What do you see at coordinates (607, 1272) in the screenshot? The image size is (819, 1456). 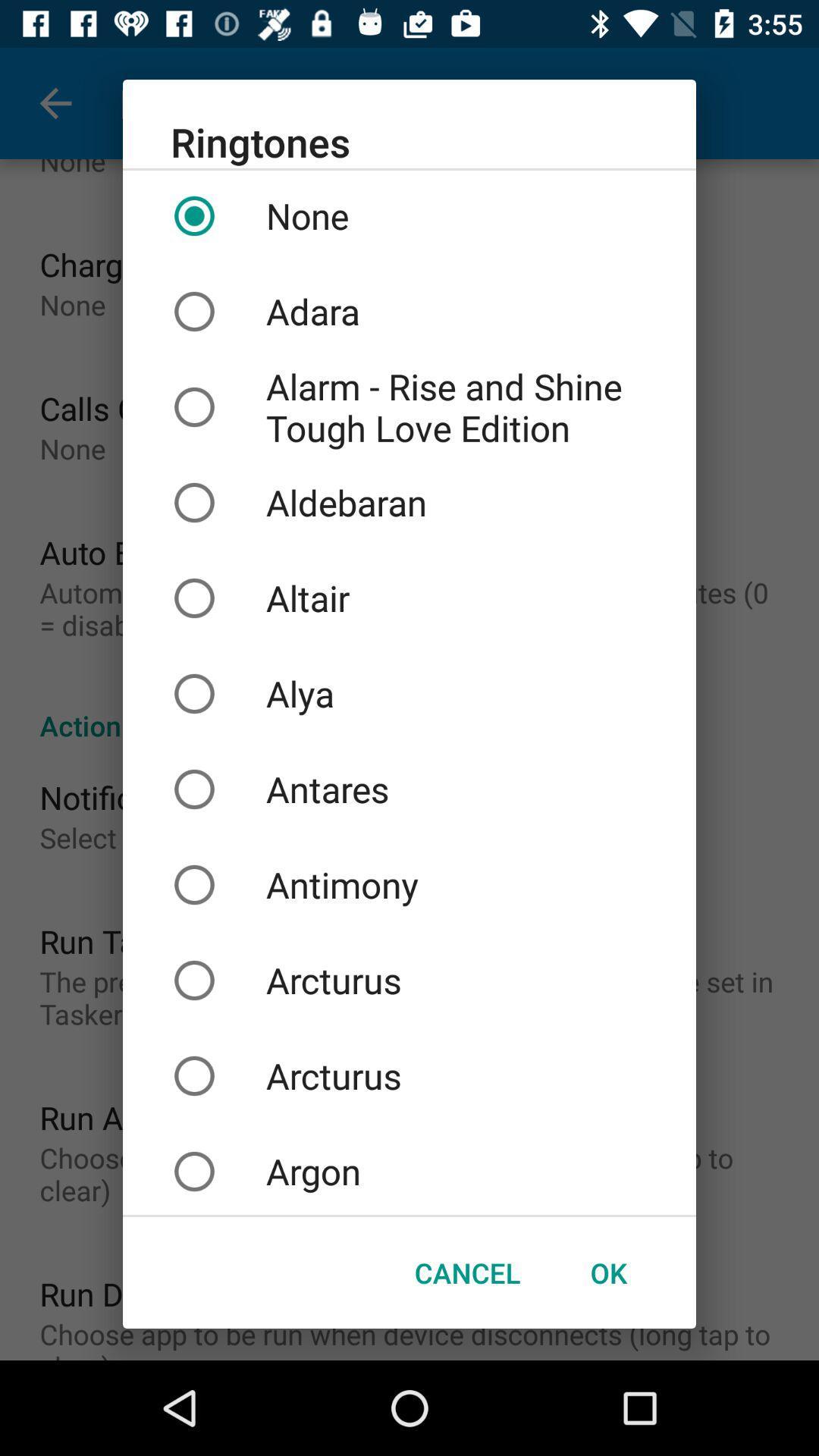 I see `ok at the bottom right corner` at bounding box center [607, 1272].